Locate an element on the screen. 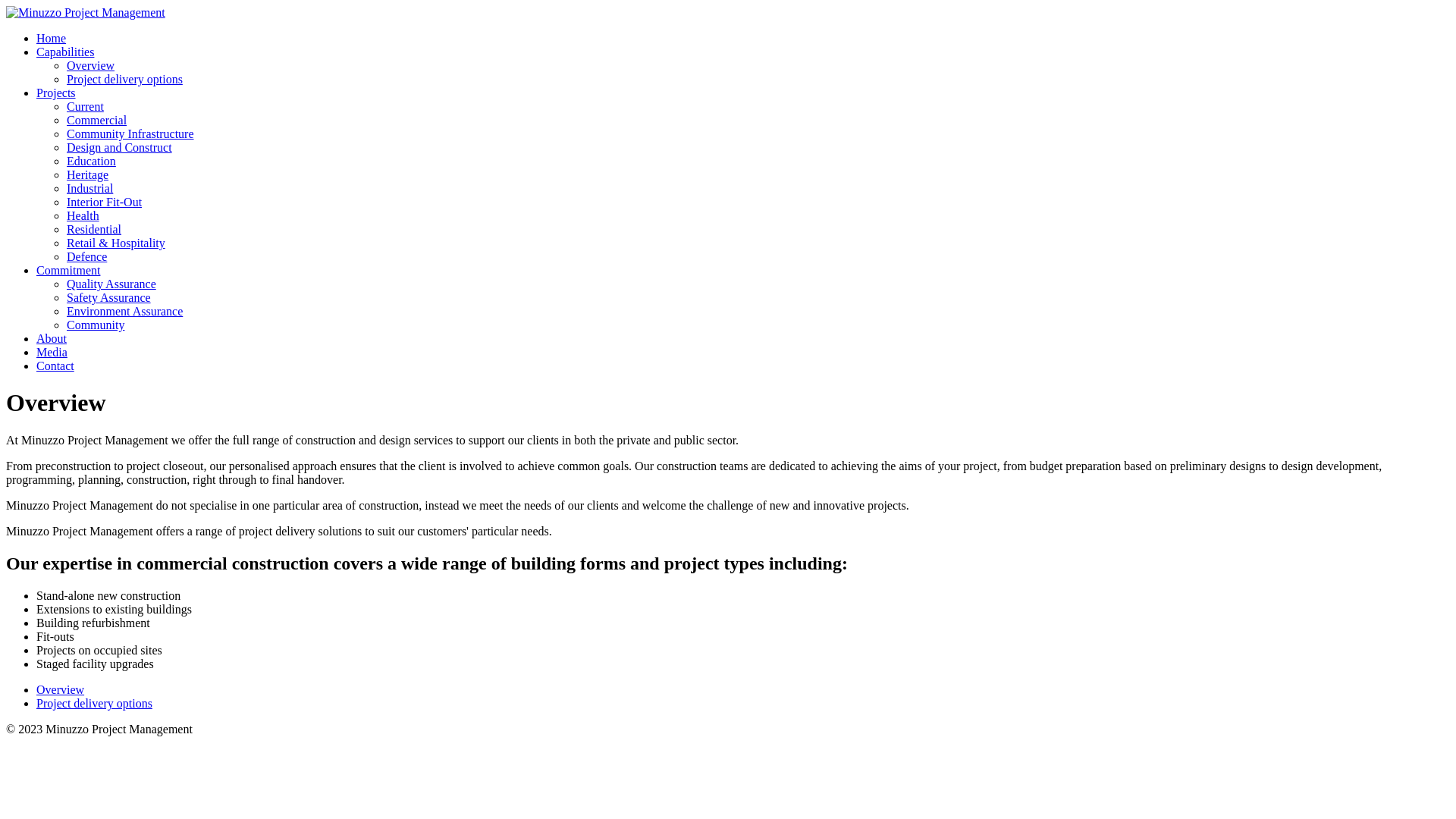 Image resolution: width=1456 pixels, height=819 pixels. 'Media' is located at coordinates (52, 352).